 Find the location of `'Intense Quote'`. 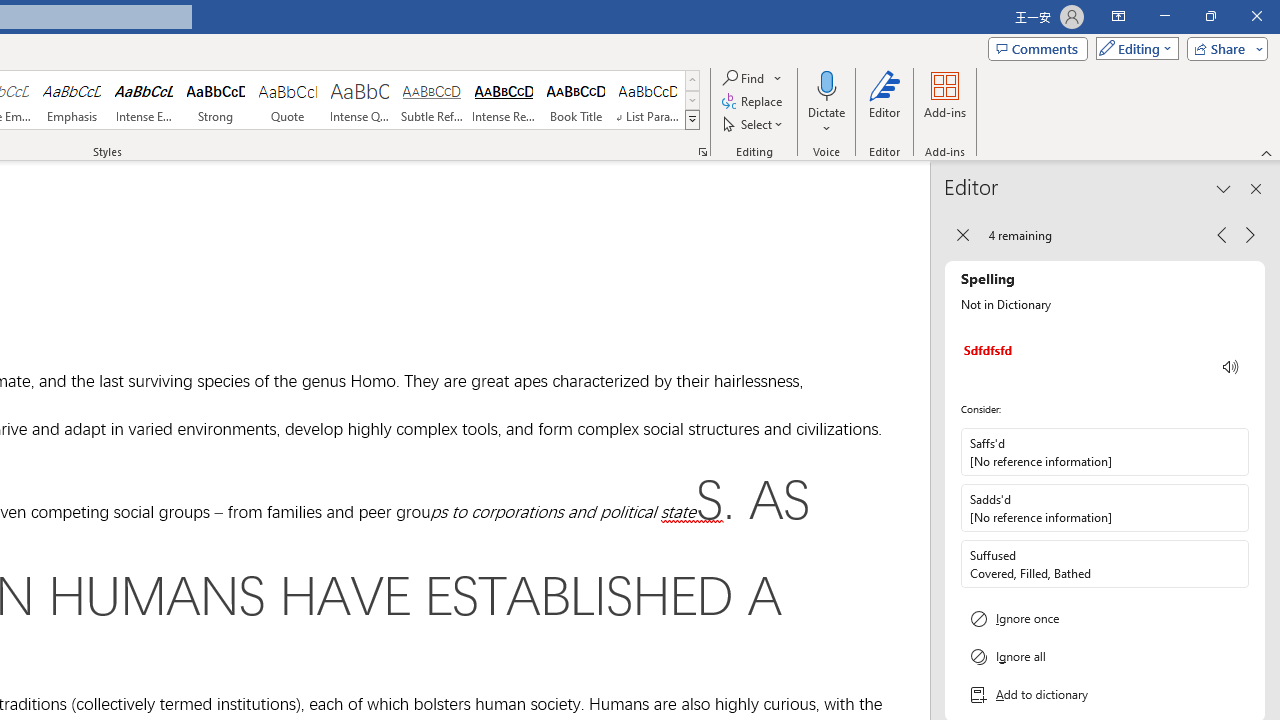

'Intense Quote' is located at coordinates (359, 100).